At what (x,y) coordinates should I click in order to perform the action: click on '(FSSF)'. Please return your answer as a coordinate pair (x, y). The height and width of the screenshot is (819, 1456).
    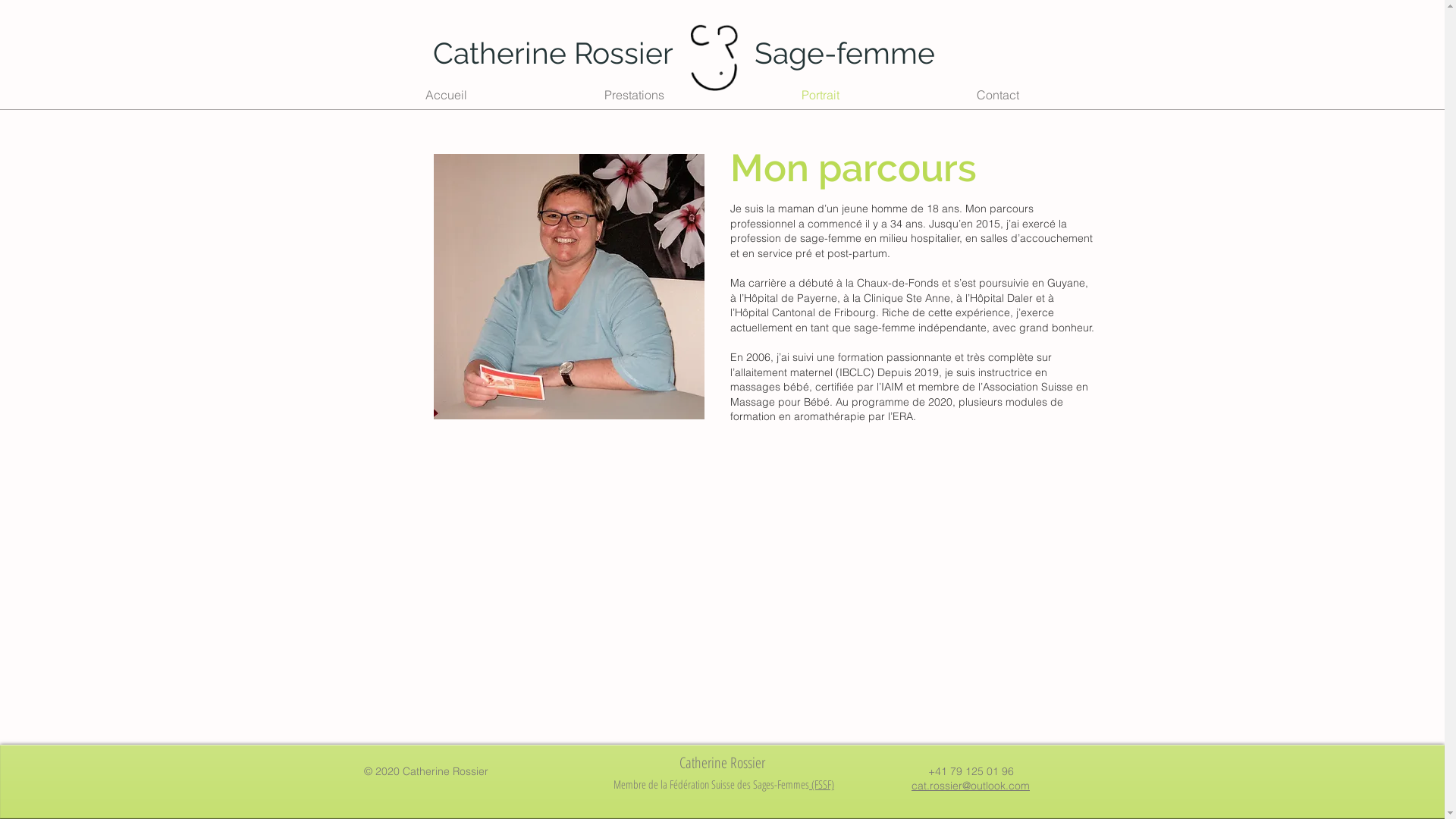
    Looking at the image, I should click on (821, 783).